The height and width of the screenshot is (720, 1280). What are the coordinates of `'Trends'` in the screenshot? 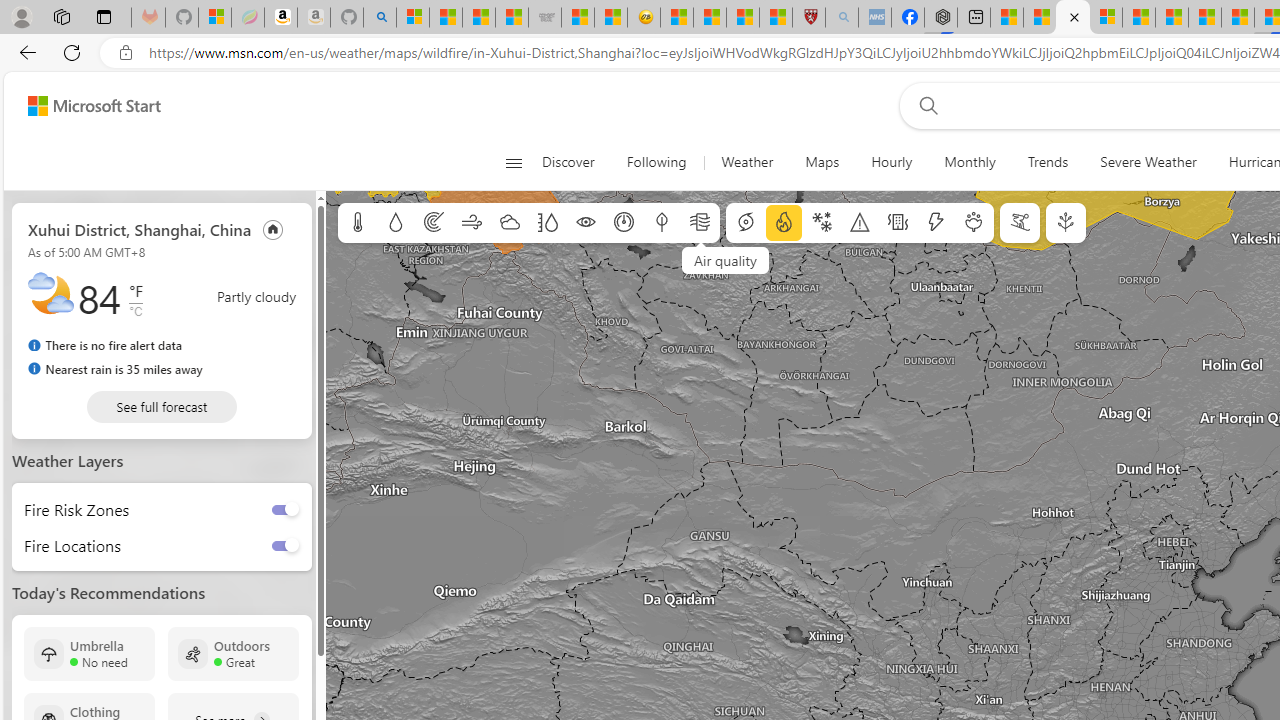 It's located at (1047, 162).